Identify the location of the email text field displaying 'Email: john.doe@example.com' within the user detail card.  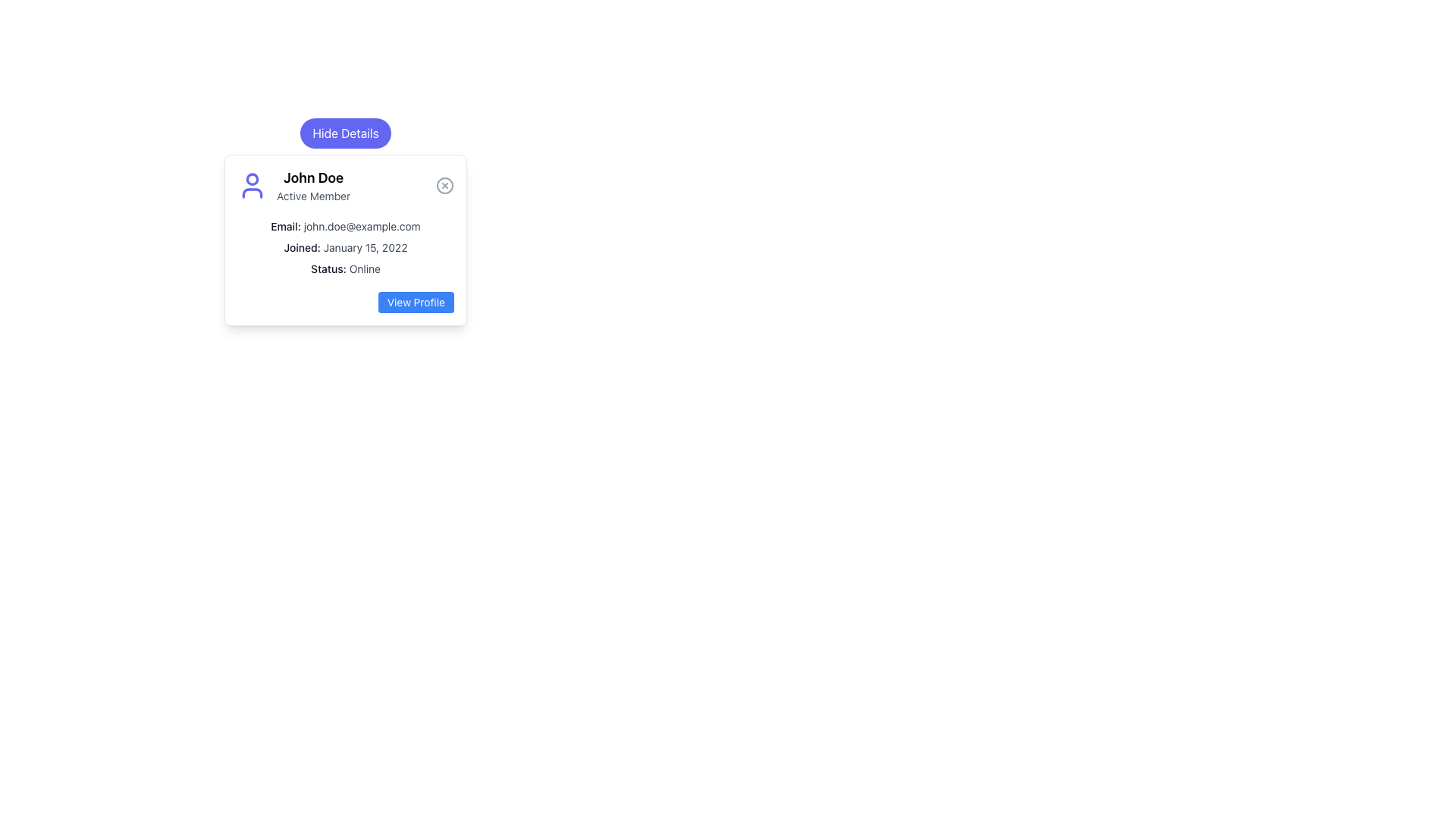
(345, 227).